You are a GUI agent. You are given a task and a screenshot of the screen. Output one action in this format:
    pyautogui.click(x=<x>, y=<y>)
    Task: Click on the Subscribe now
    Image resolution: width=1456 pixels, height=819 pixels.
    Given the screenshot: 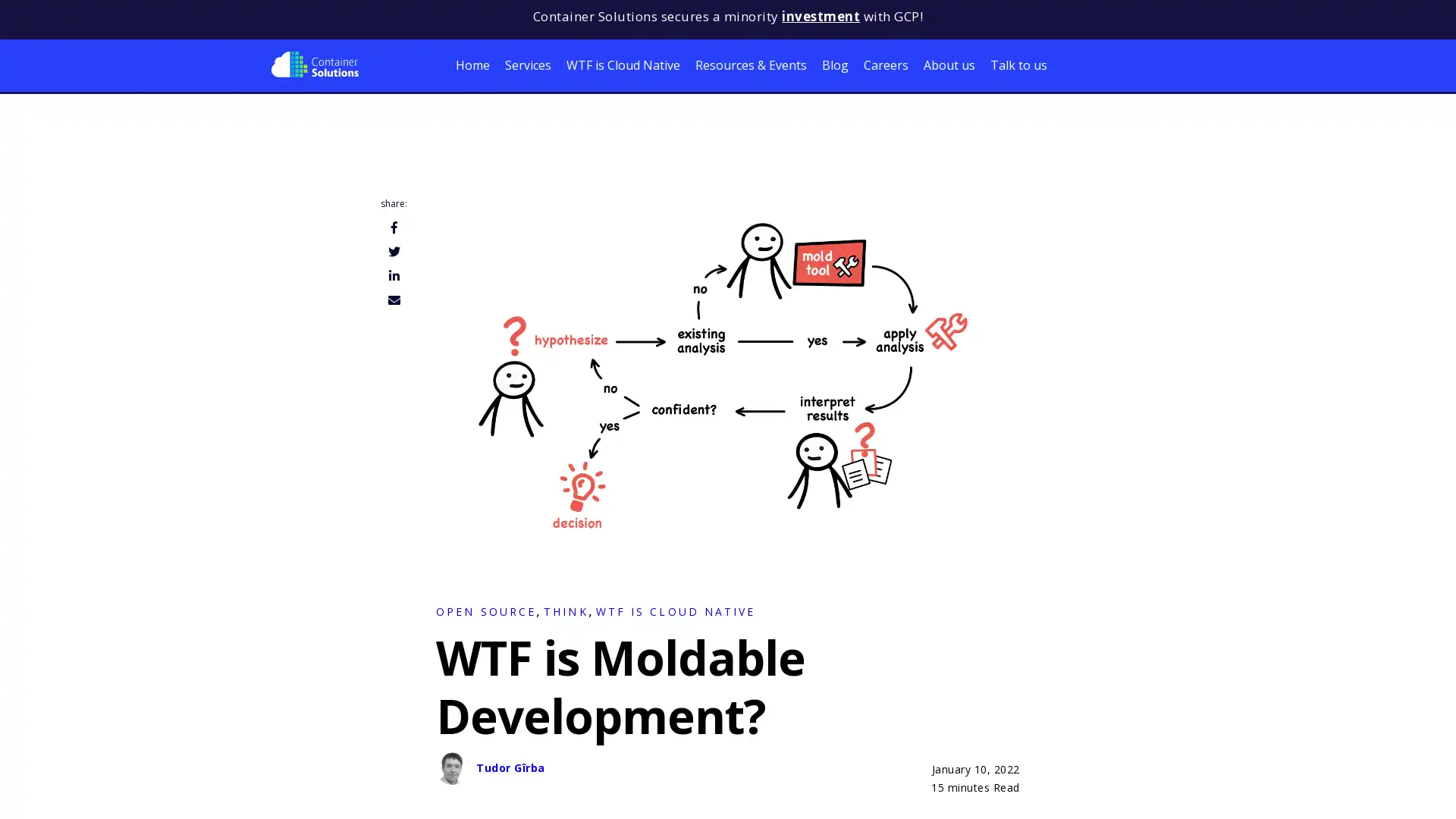 What is the action you would take?
    pyautogui.click(x=159, y=789)
    